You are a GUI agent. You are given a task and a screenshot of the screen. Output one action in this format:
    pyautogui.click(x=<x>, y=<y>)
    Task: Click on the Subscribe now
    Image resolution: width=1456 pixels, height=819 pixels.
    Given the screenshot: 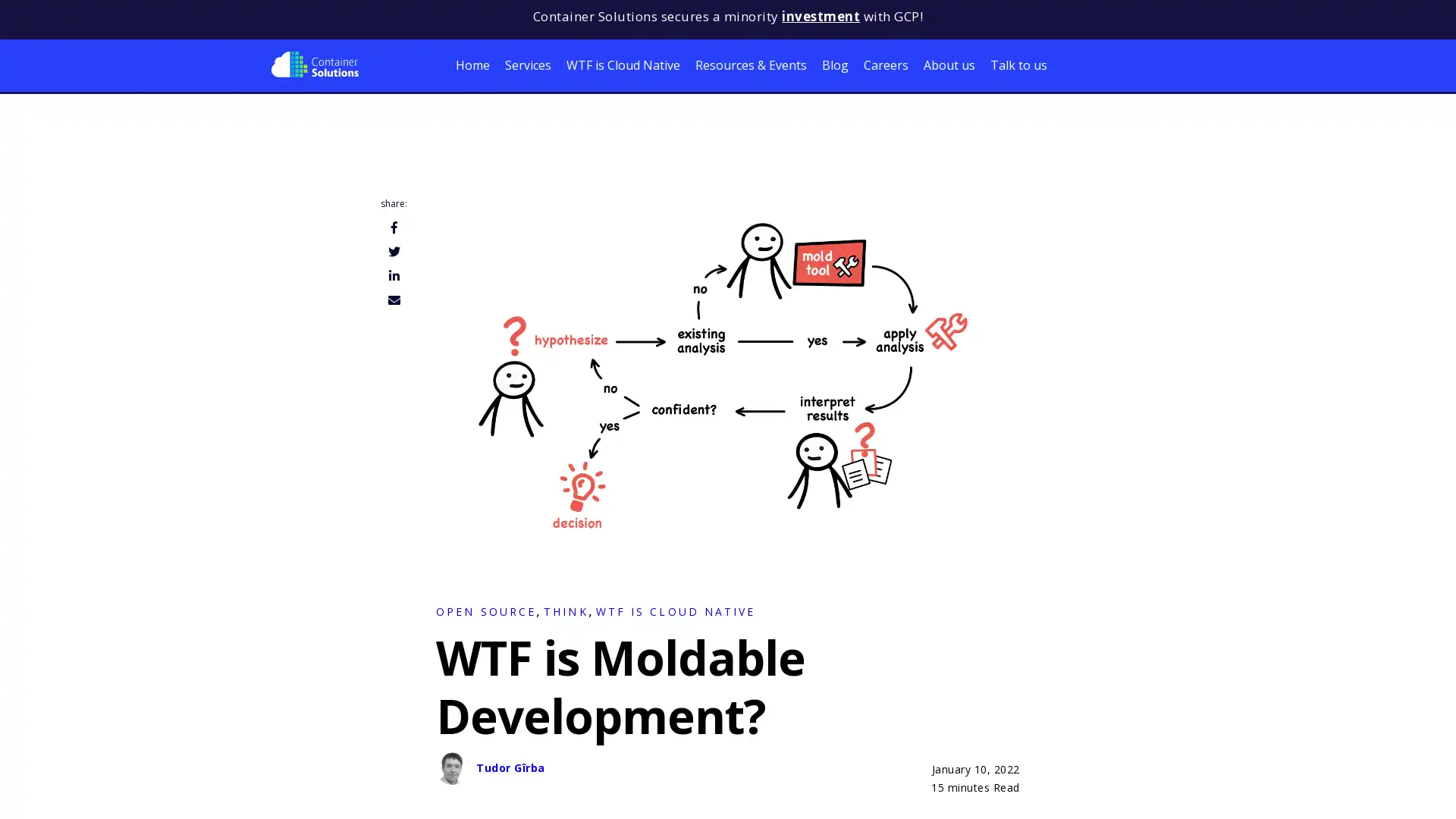 What is the action you would take?
    pyautogui.click(x=159, y=789)
    